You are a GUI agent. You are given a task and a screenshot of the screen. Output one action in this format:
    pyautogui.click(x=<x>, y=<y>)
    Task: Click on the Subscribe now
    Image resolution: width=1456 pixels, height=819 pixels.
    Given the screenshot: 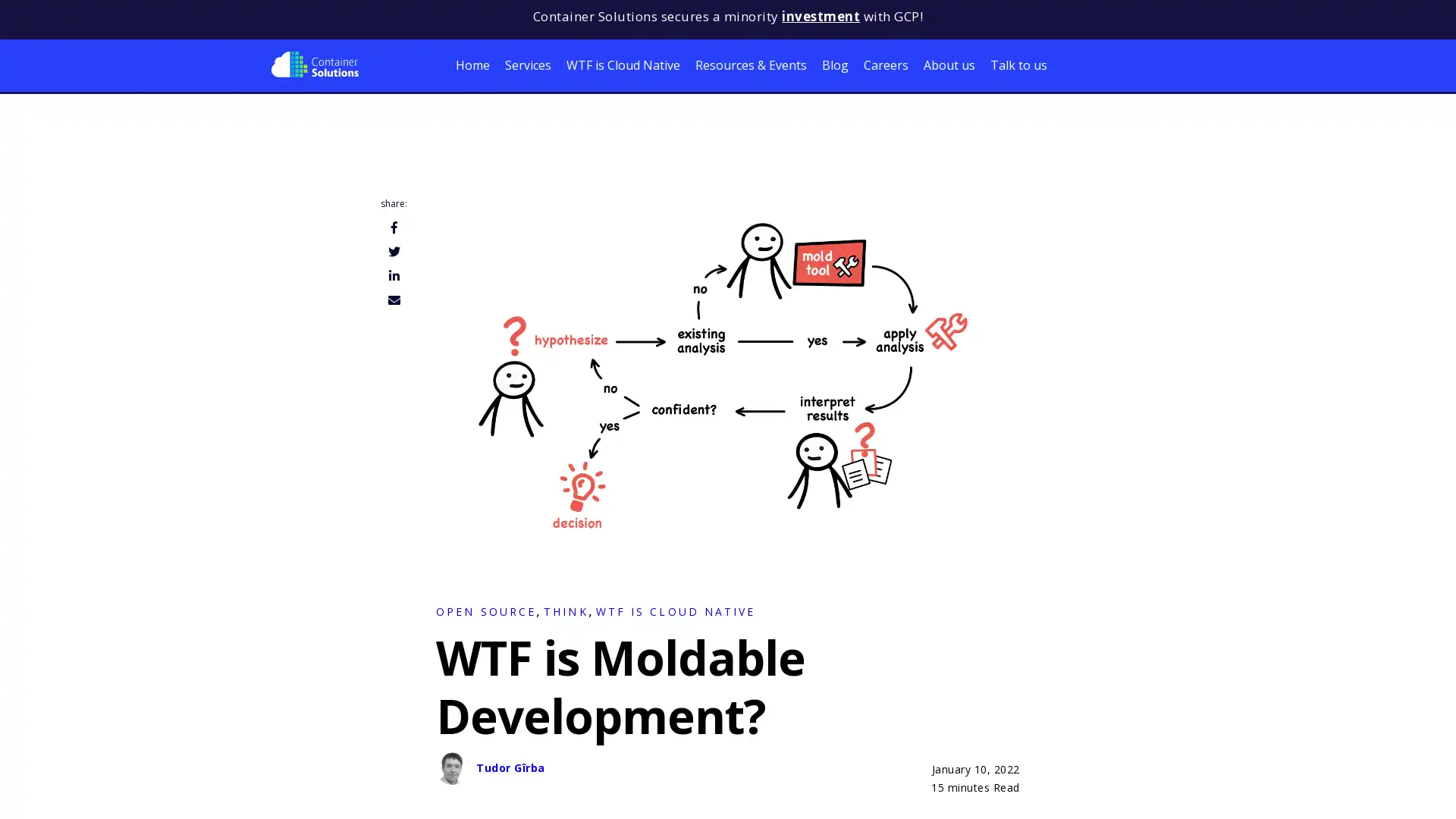 What is the action you would take?
    pyautogui.click(x=159, y=789)
    